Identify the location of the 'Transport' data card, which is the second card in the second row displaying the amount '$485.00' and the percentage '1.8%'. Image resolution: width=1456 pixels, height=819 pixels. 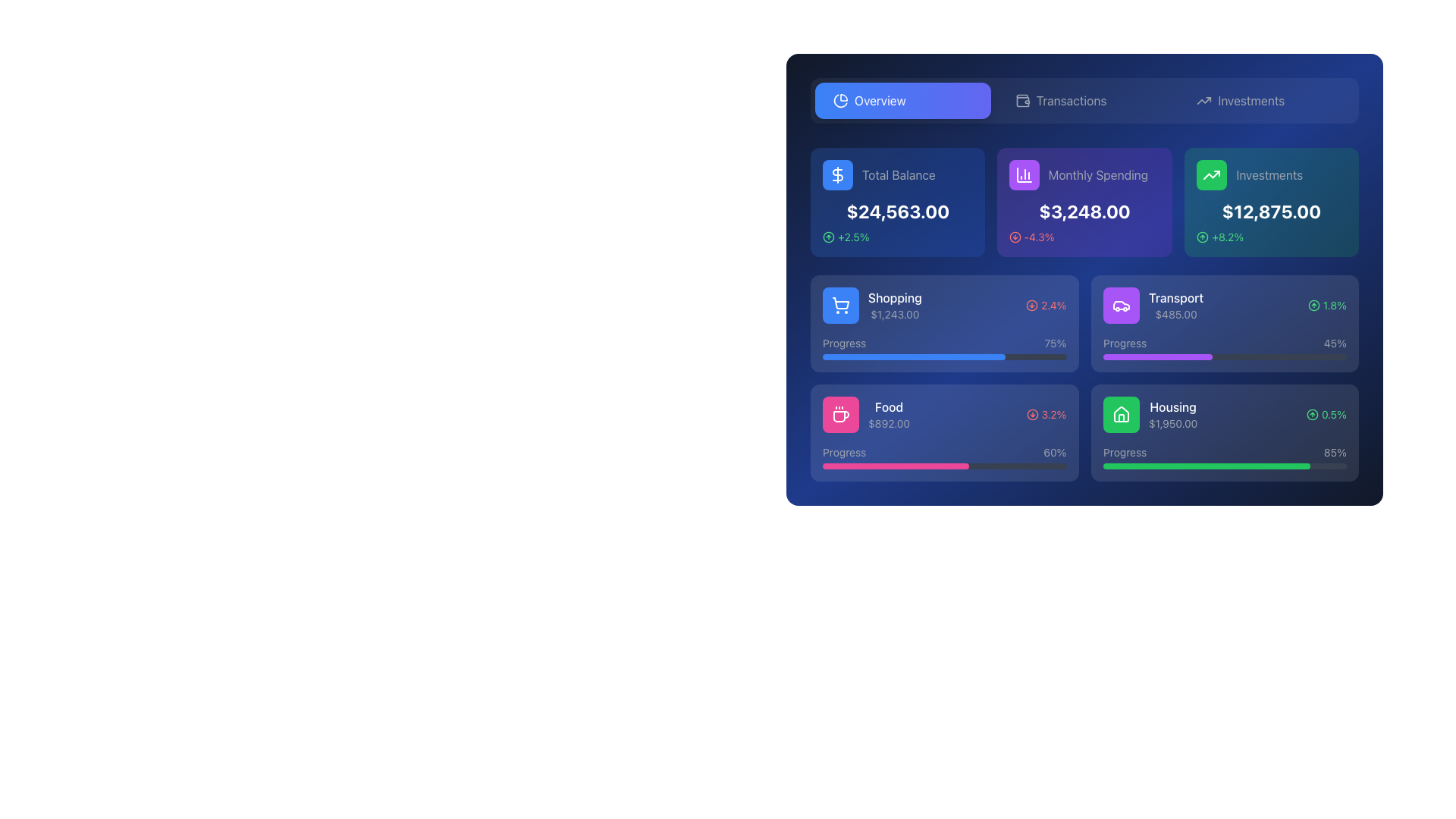
(1225, 305).